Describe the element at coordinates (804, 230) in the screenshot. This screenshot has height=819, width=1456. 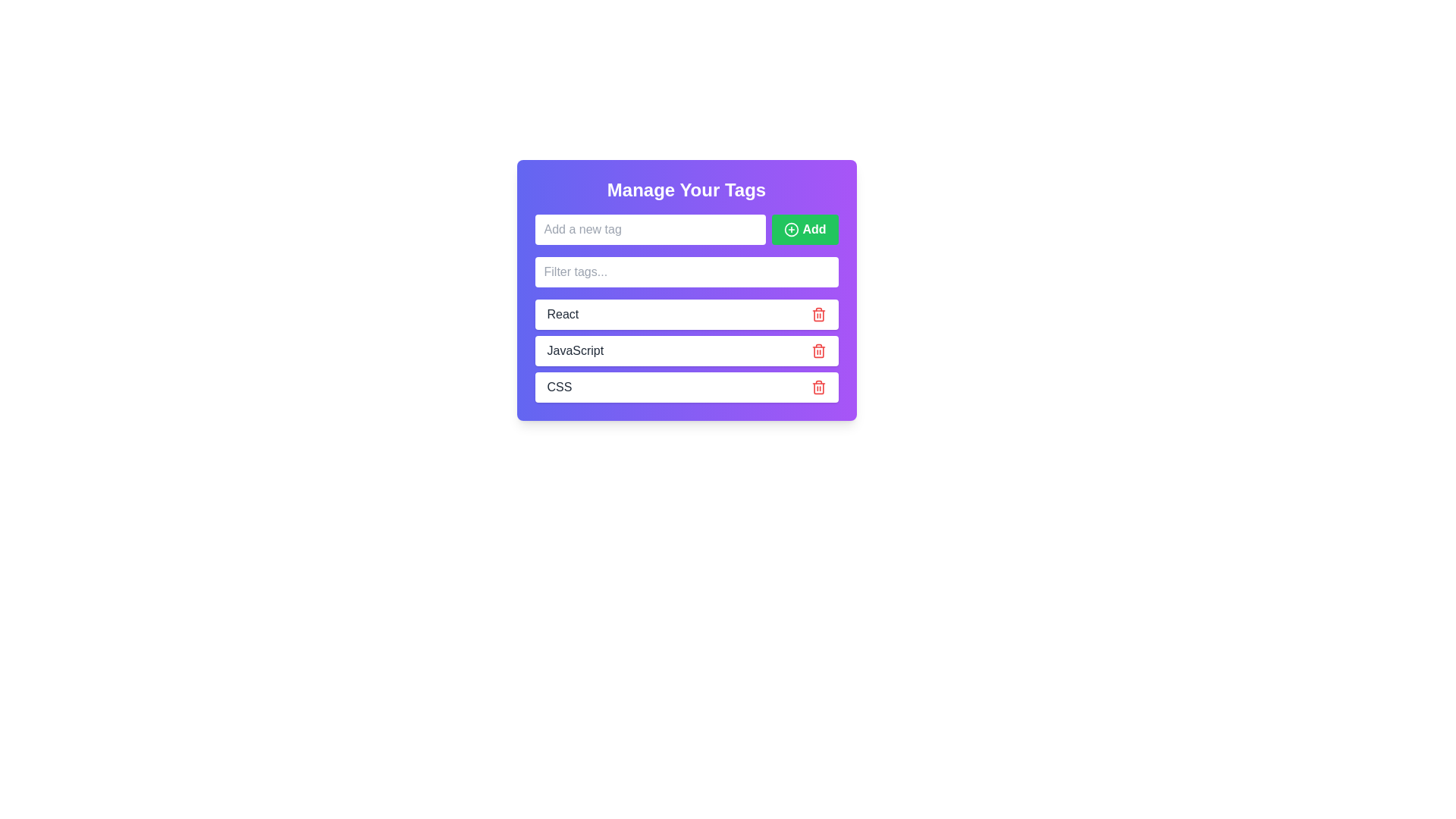
I see `the button located to the right of the 'Add a new tag' input field in the 'Manage Your Tags' interface` at that location.